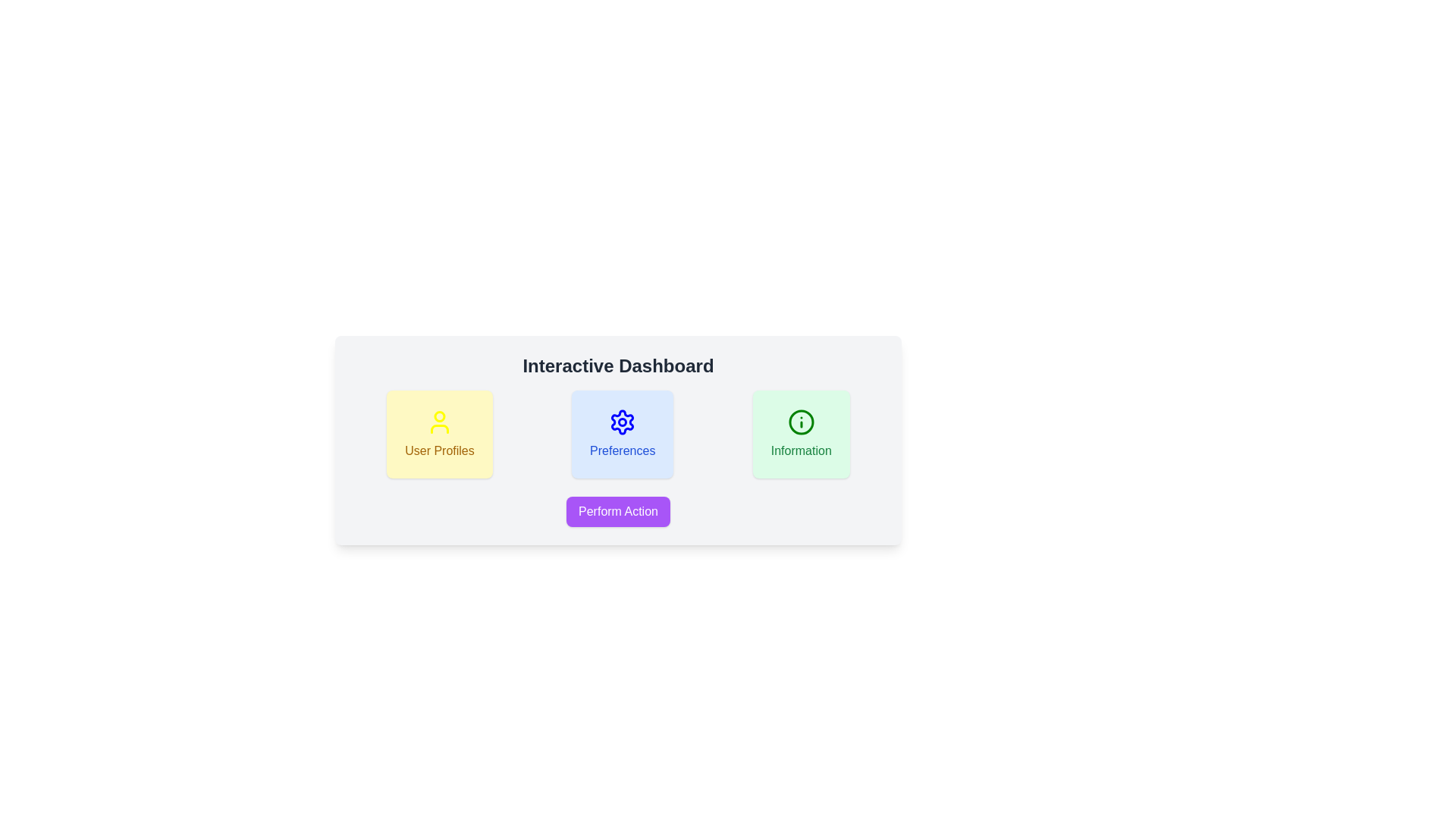  What do you see at coordinates (623, 422) in the screenshot?
I see `the graphical element that is part of the settings icon located within the 'Preferences' section of the dashboard interface` at bounding box center [623, 422].